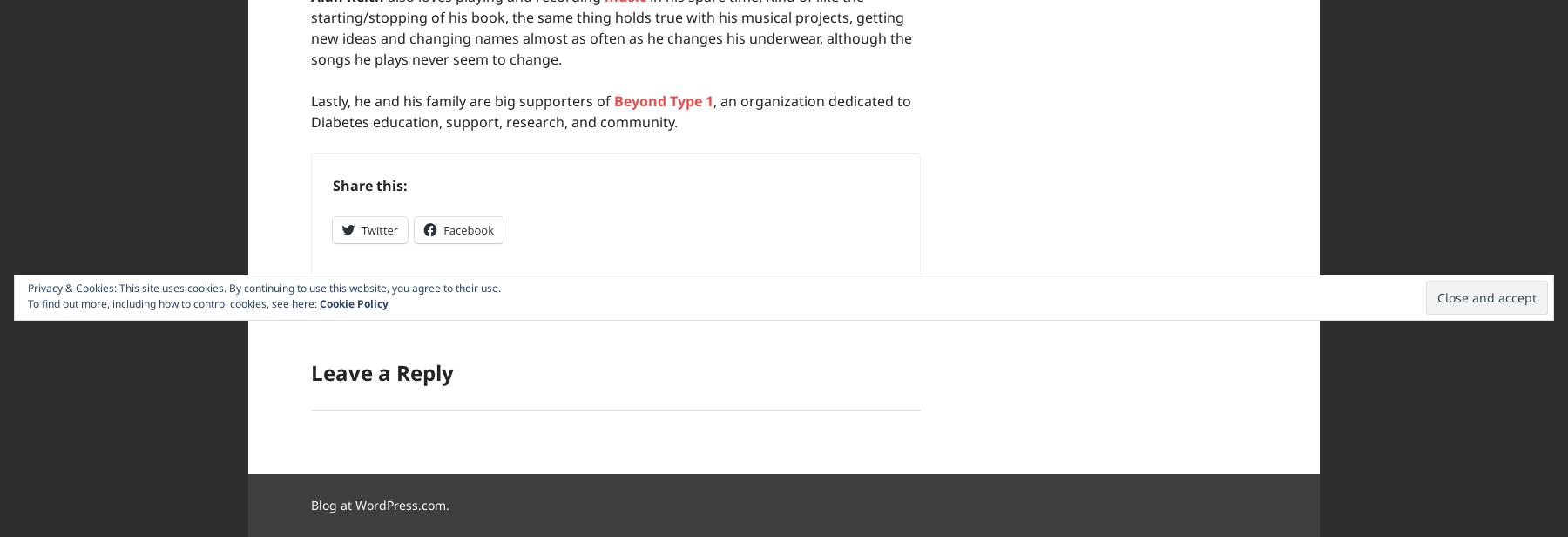 This screenshot has height=537, width=1568. Describe the element at coordinates (462, 100) in the screenshot. I see `'Lastly, he and his family are big supporters of'` at that location.